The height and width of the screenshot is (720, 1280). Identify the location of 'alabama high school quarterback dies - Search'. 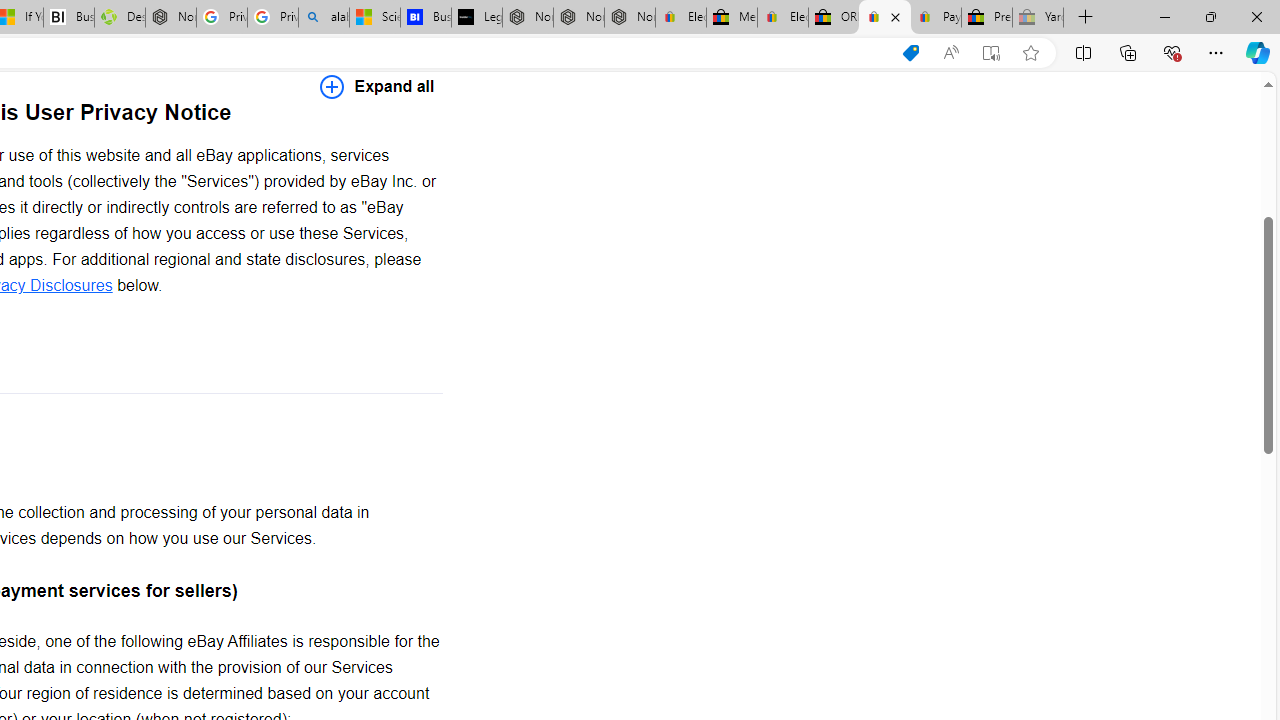
(324, 17).